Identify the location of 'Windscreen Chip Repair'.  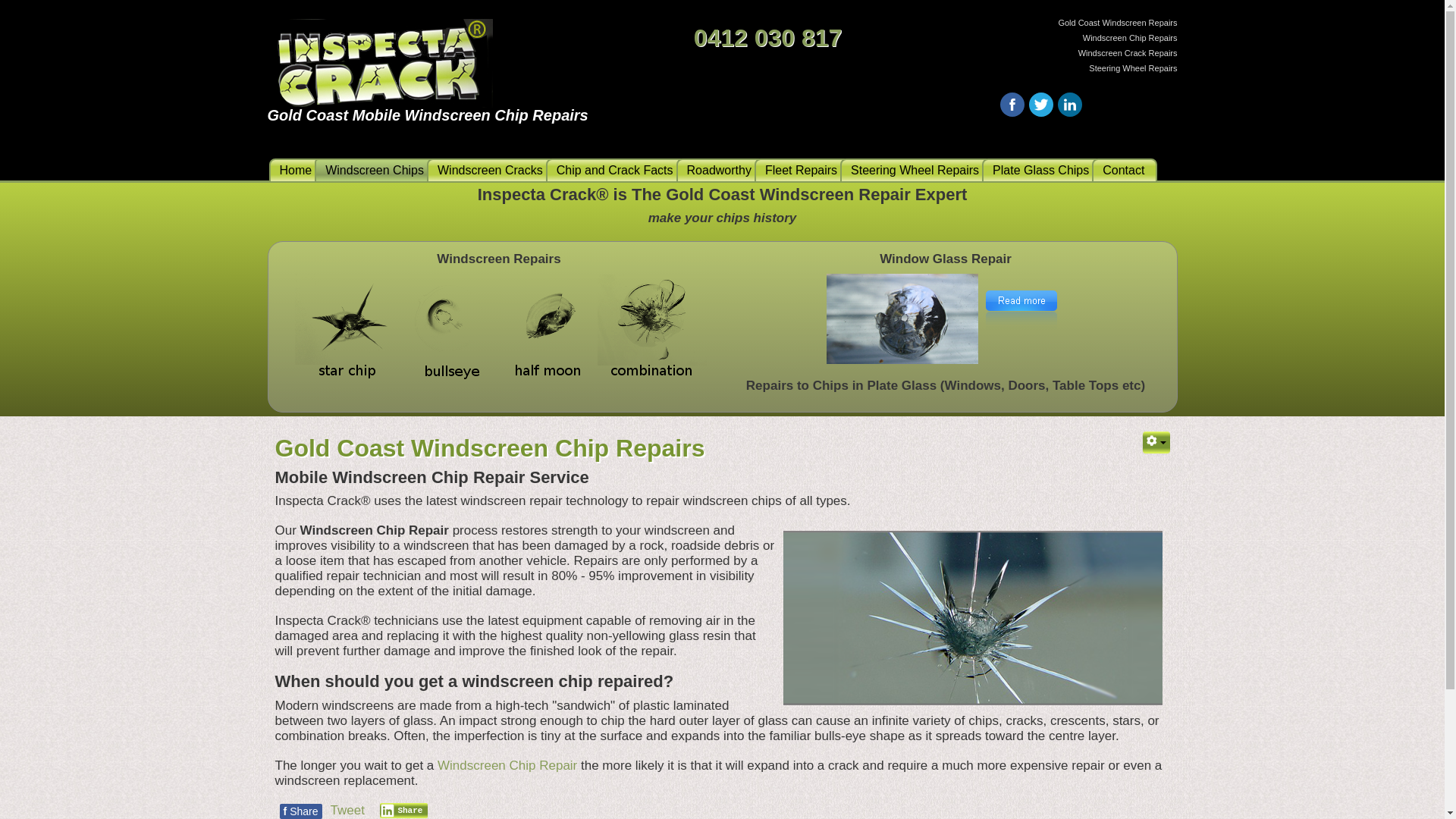
(436, 765).